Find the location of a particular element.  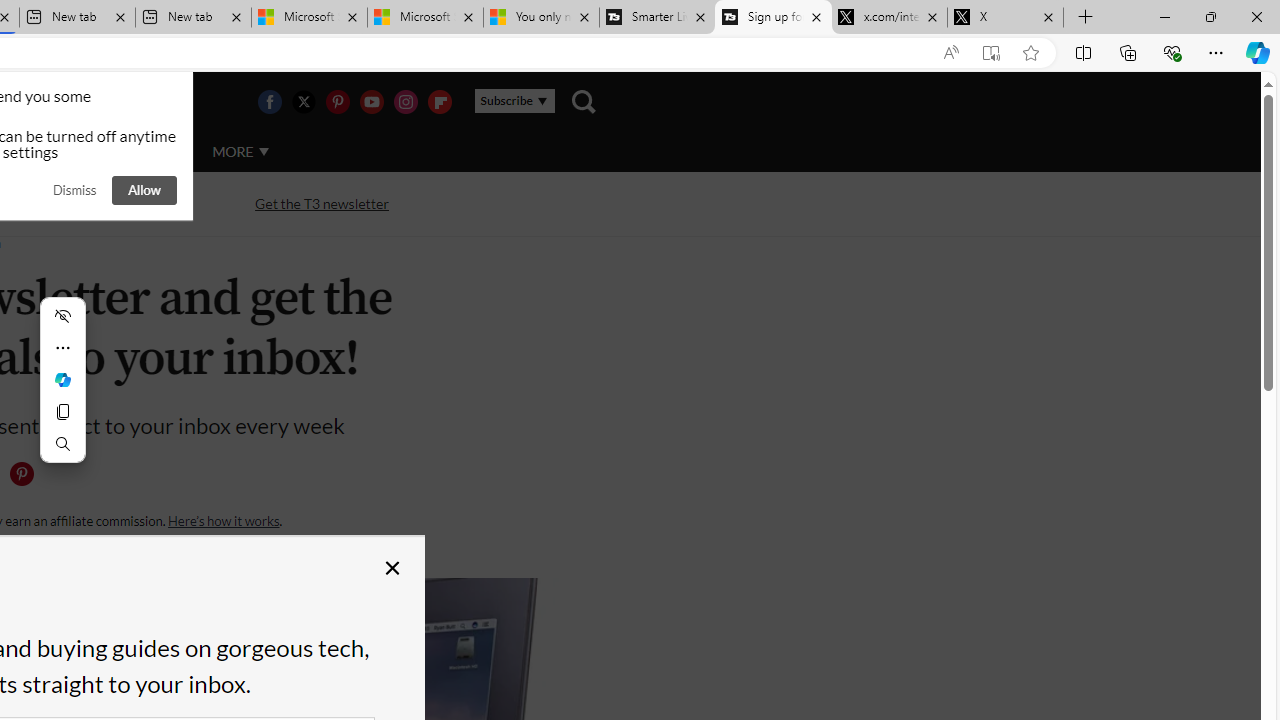

'Visit us on Flipboard' is located at coordinates (438, 101).